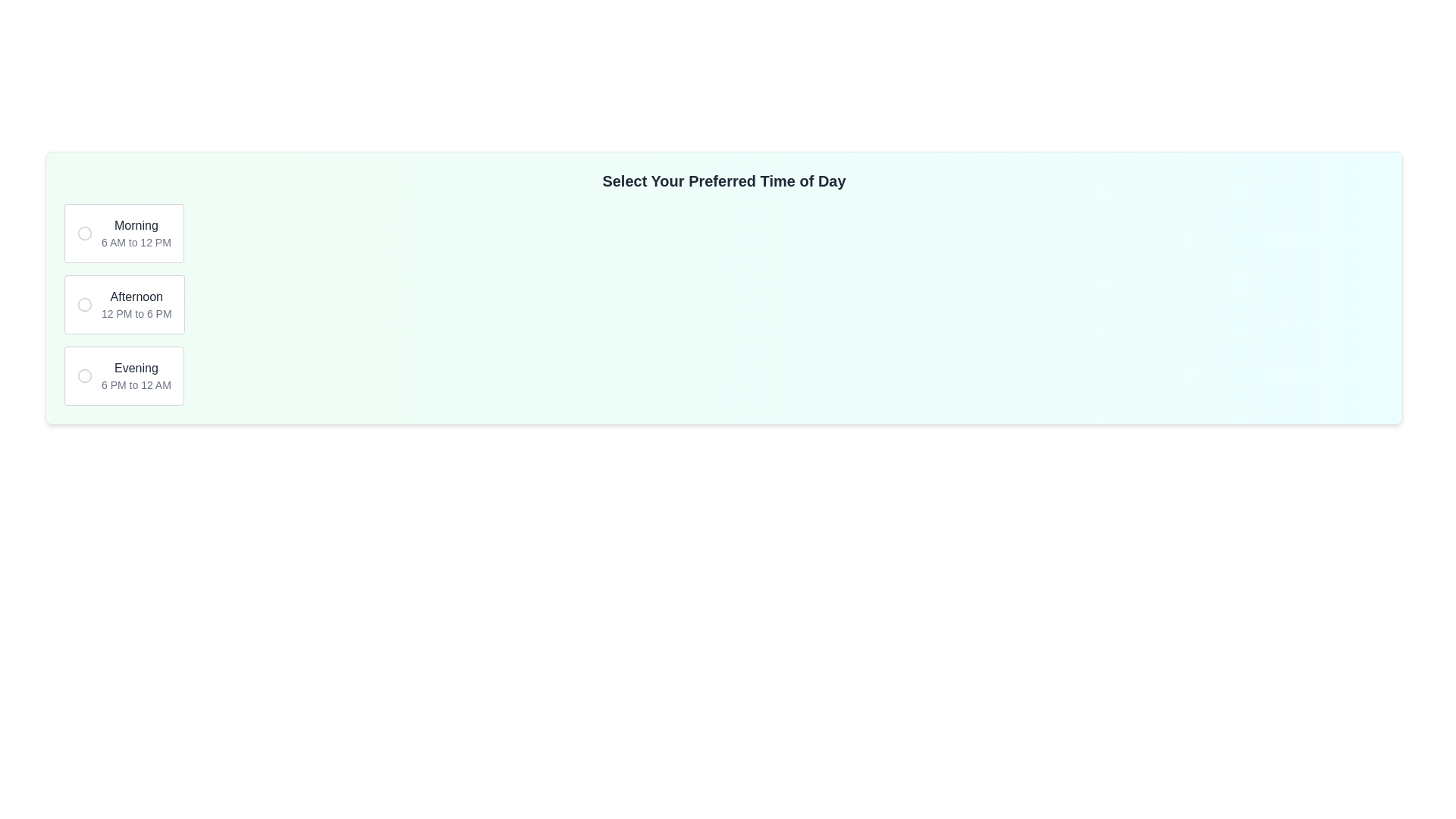  I want to click on the Circle SVG graphical element representing the 'Evening' option in the selection set of radio buttons, so click(83, 375).